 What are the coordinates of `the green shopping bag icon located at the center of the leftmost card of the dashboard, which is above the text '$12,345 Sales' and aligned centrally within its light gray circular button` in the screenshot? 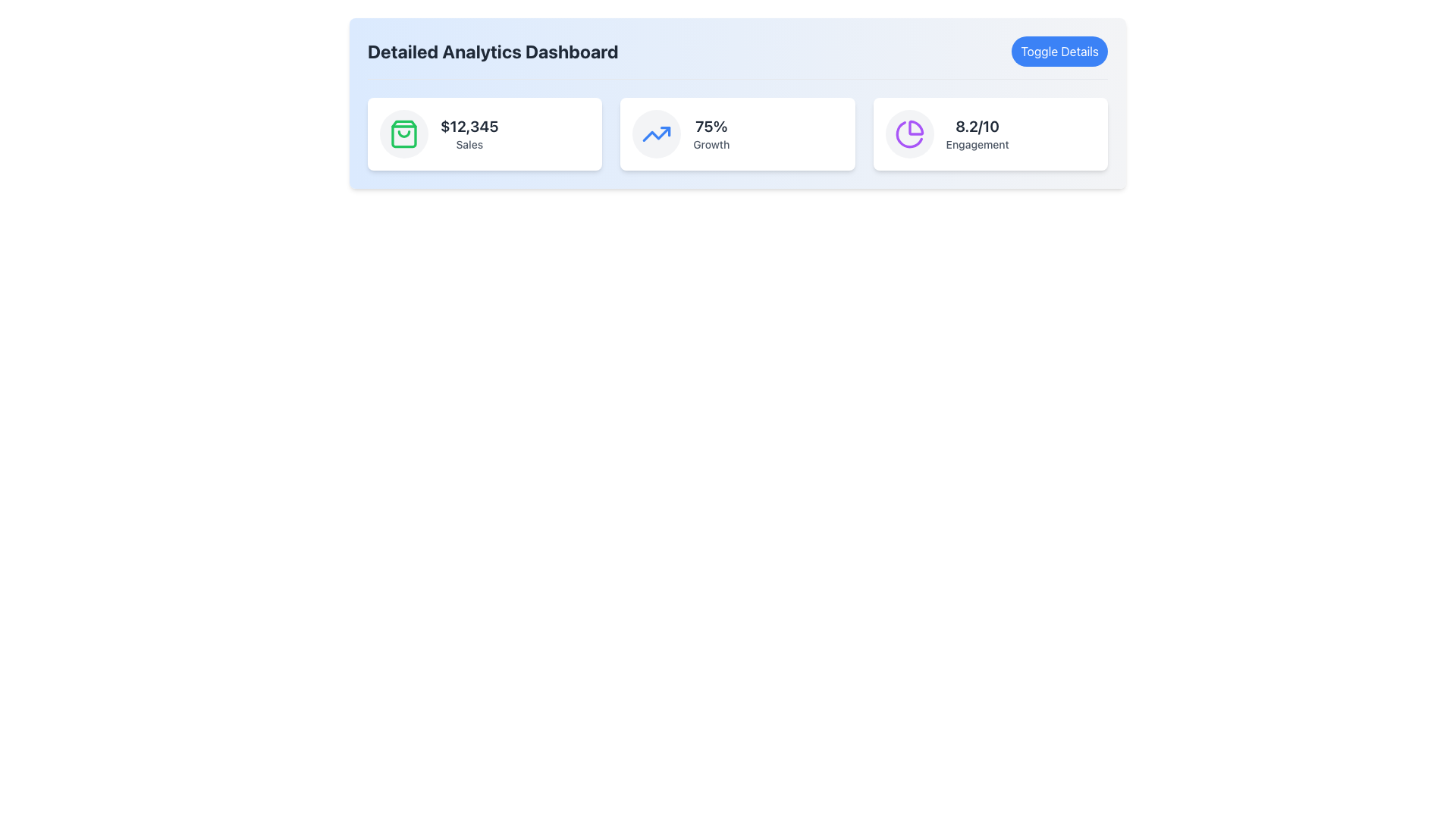 It's located at (403, 133).